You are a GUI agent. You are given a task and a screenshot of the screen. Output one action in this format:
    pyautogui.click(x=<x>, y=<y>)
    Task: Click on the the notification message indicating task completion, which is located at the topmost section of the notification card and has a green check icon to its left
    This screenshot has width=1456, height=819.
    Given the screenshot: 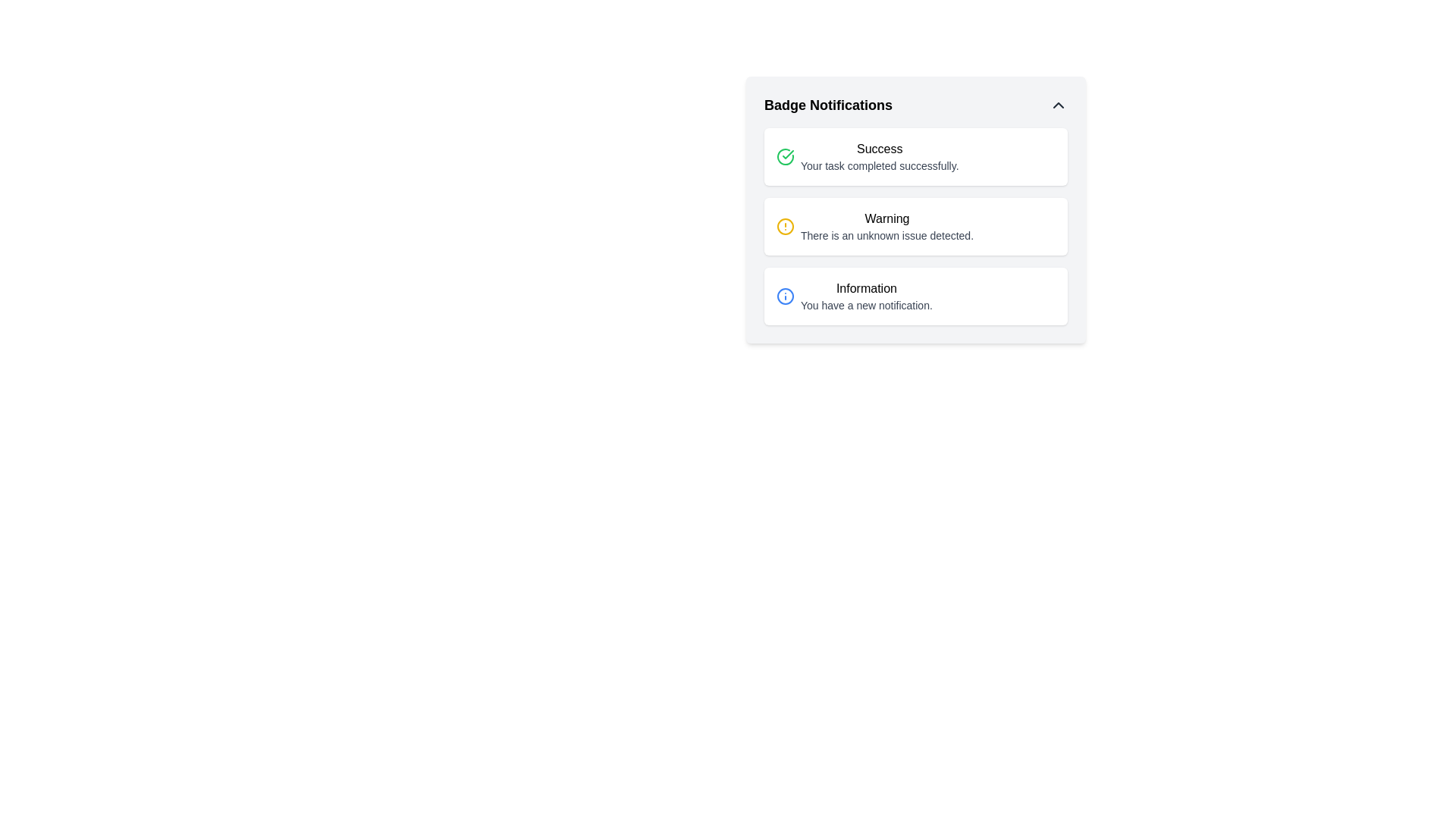 What is the action you would take?
    pyautogui.click(x=880, y=157)
    